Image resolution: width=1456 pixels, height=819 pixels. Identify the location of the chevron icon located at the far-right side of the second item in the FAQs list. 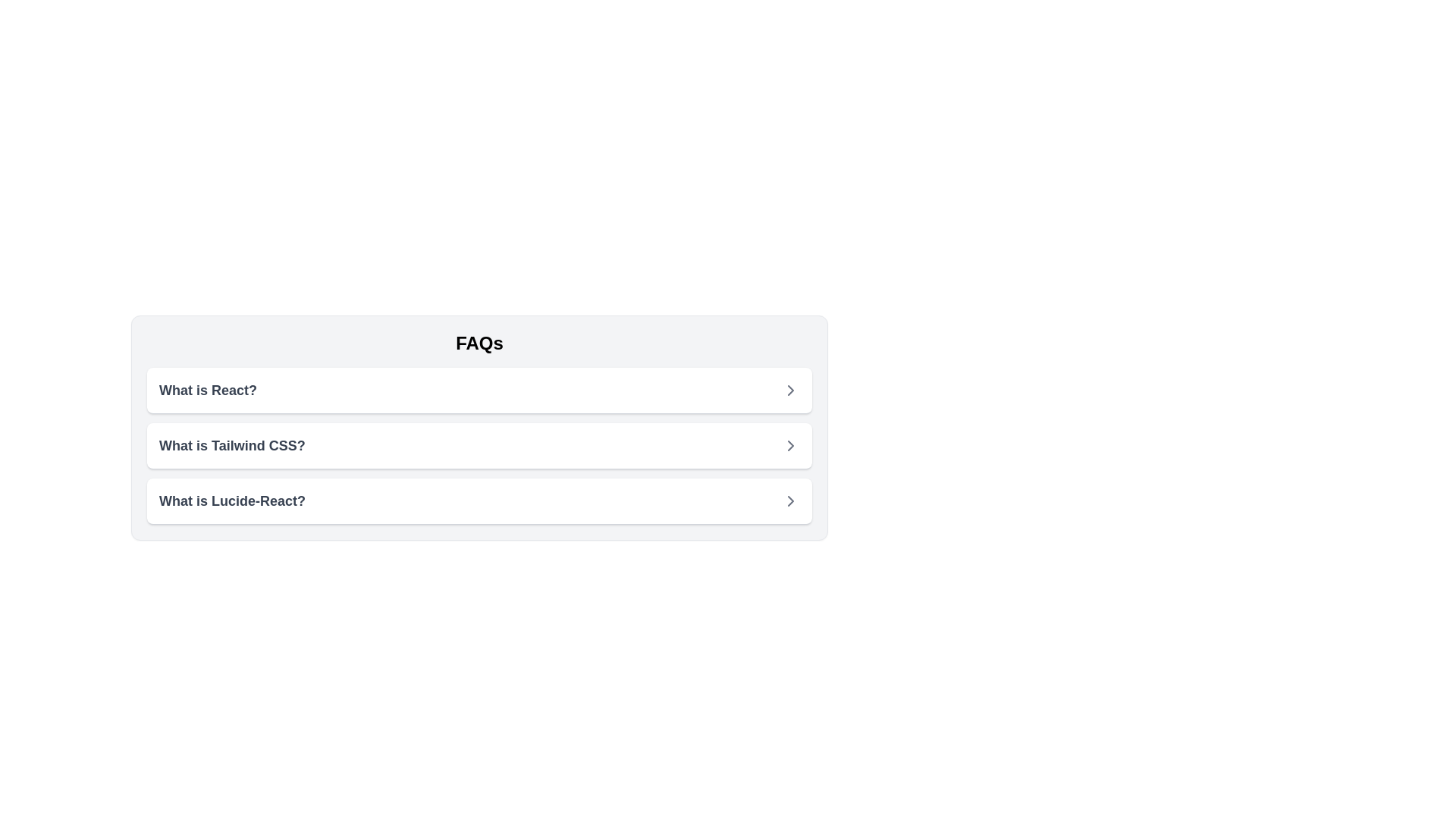
(789, 444).